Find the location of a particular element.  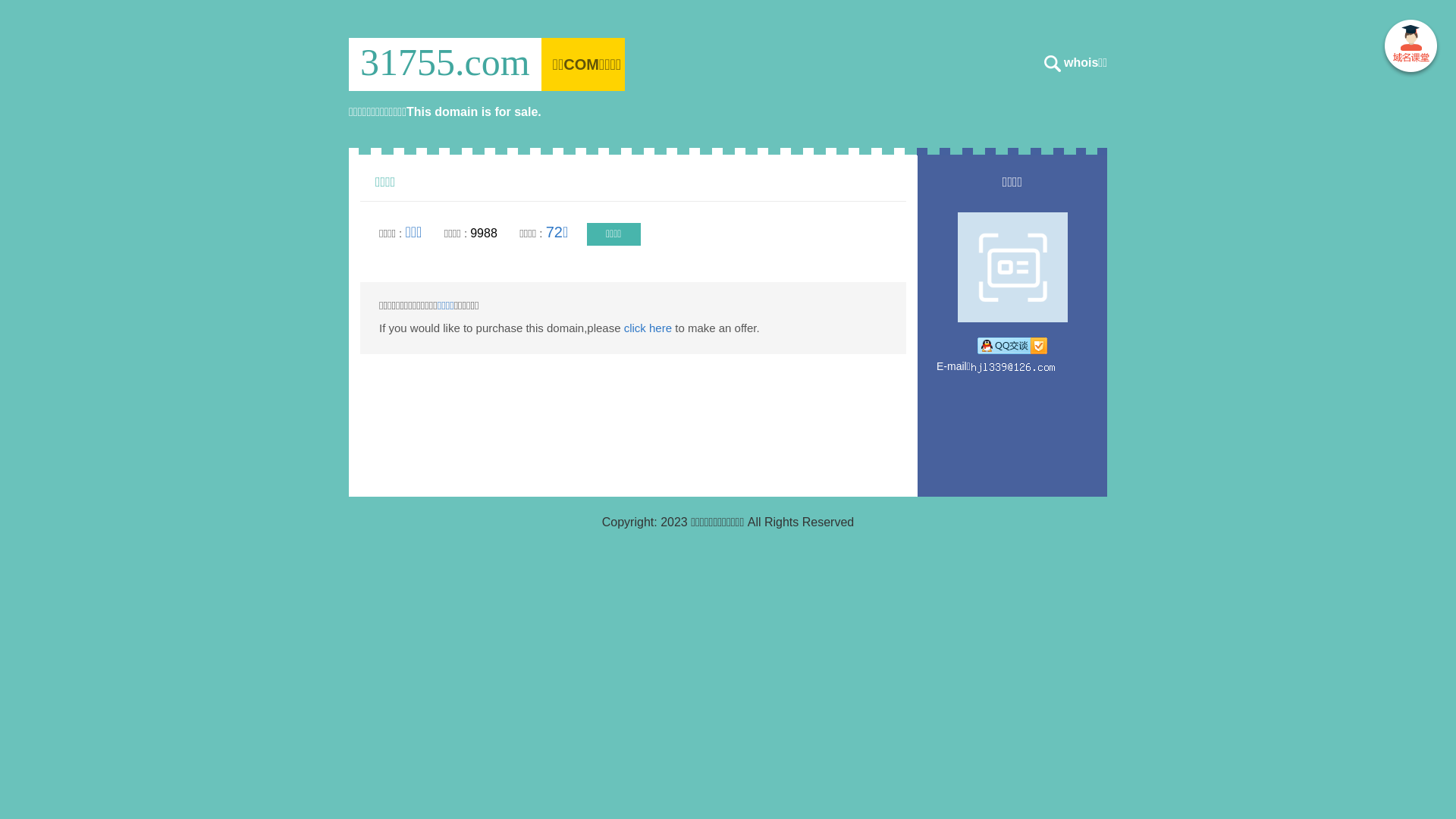

'click here' is located at coordinates (623, 327).